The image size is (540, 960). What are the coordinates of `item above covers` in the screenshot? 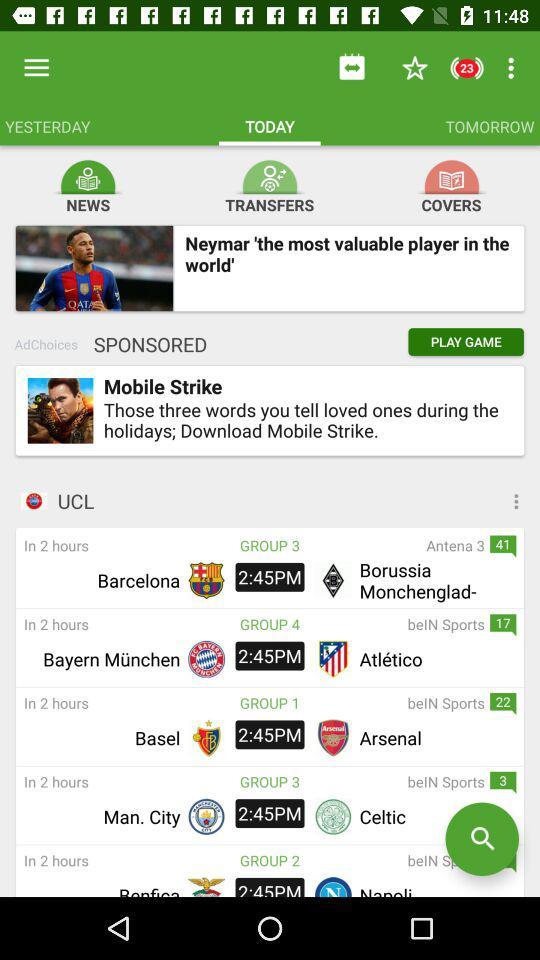 It's located at (451, 177).